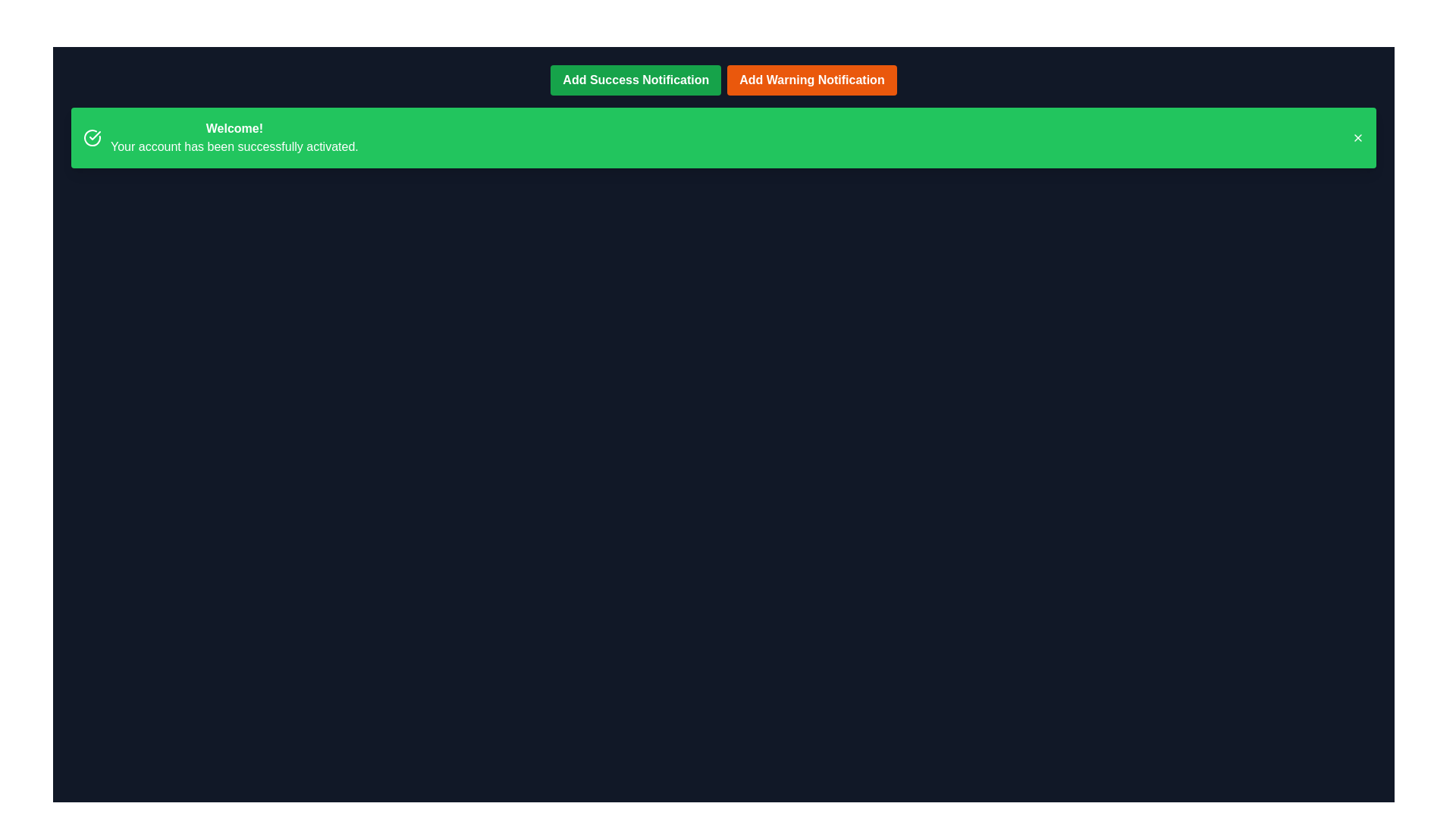 This screenshot has width=1456, height=819. I want to click on the checkmark icon within the SVG graphic located in the left section of the green notification bar at the top of the interface, which indicates a successfully completed action, so click(94, 134).